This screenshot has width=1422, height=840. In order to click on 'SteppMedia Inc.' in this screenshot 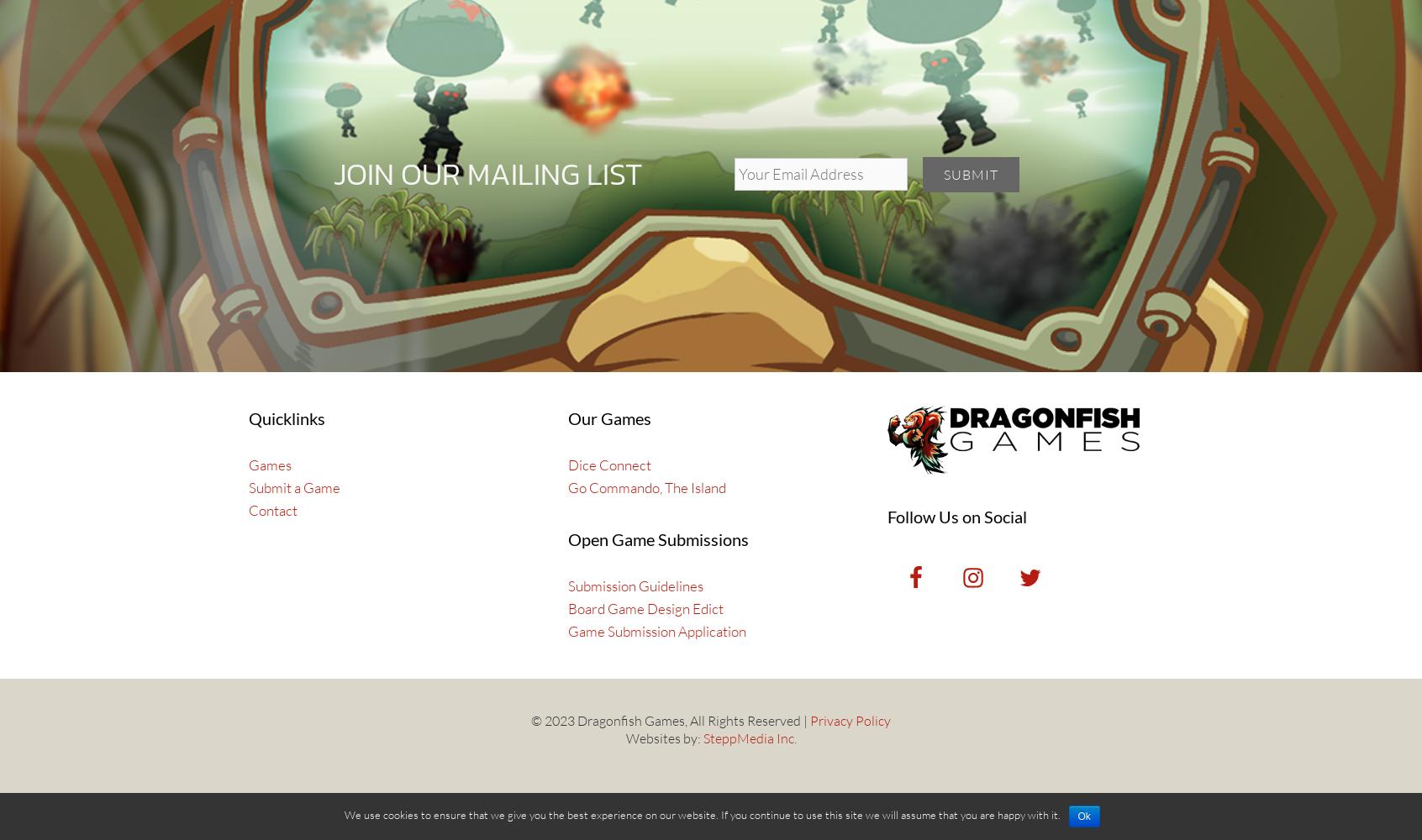, I will do `click(748, 738)`.